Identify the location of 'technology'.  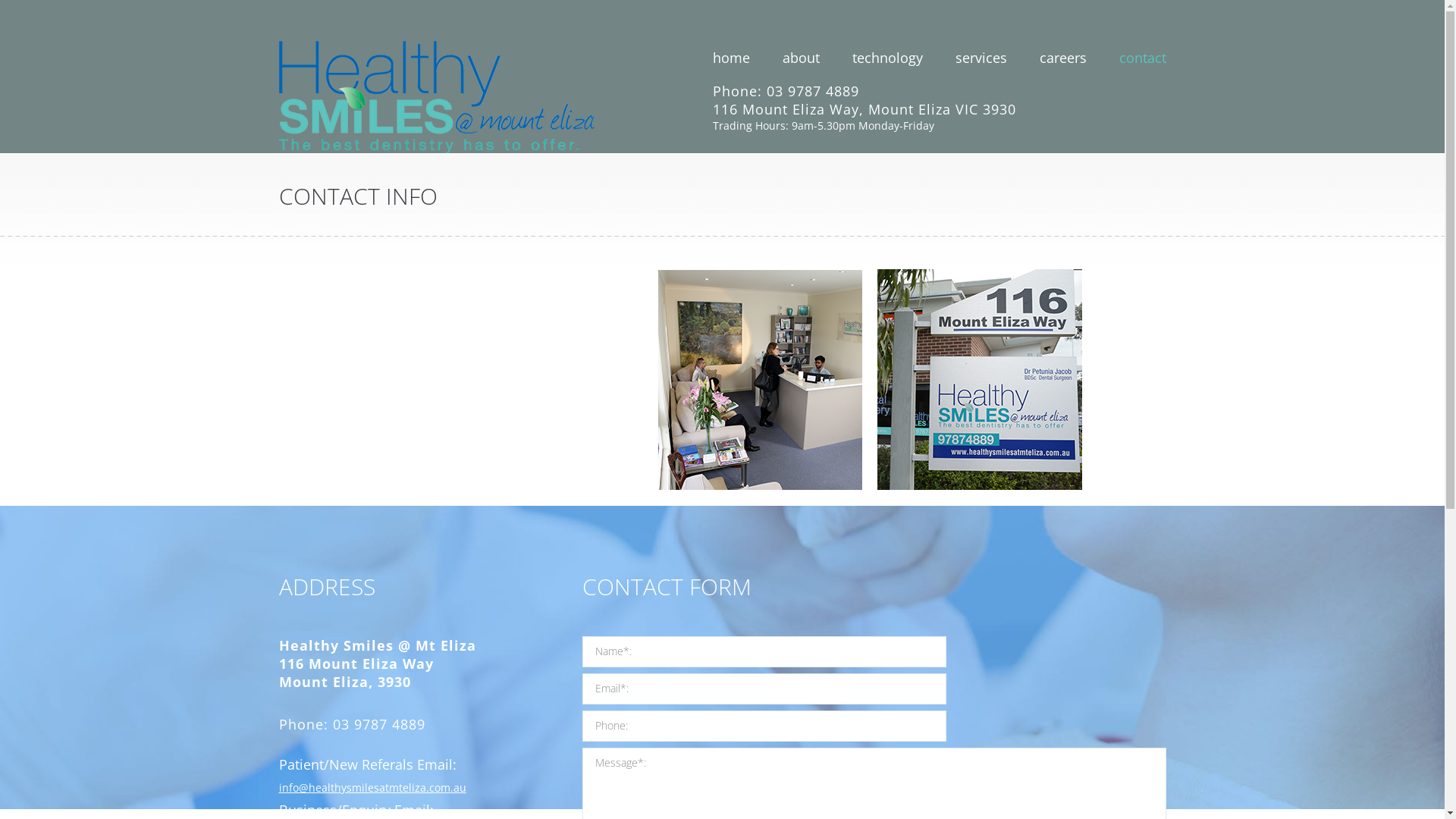
(887, 57).